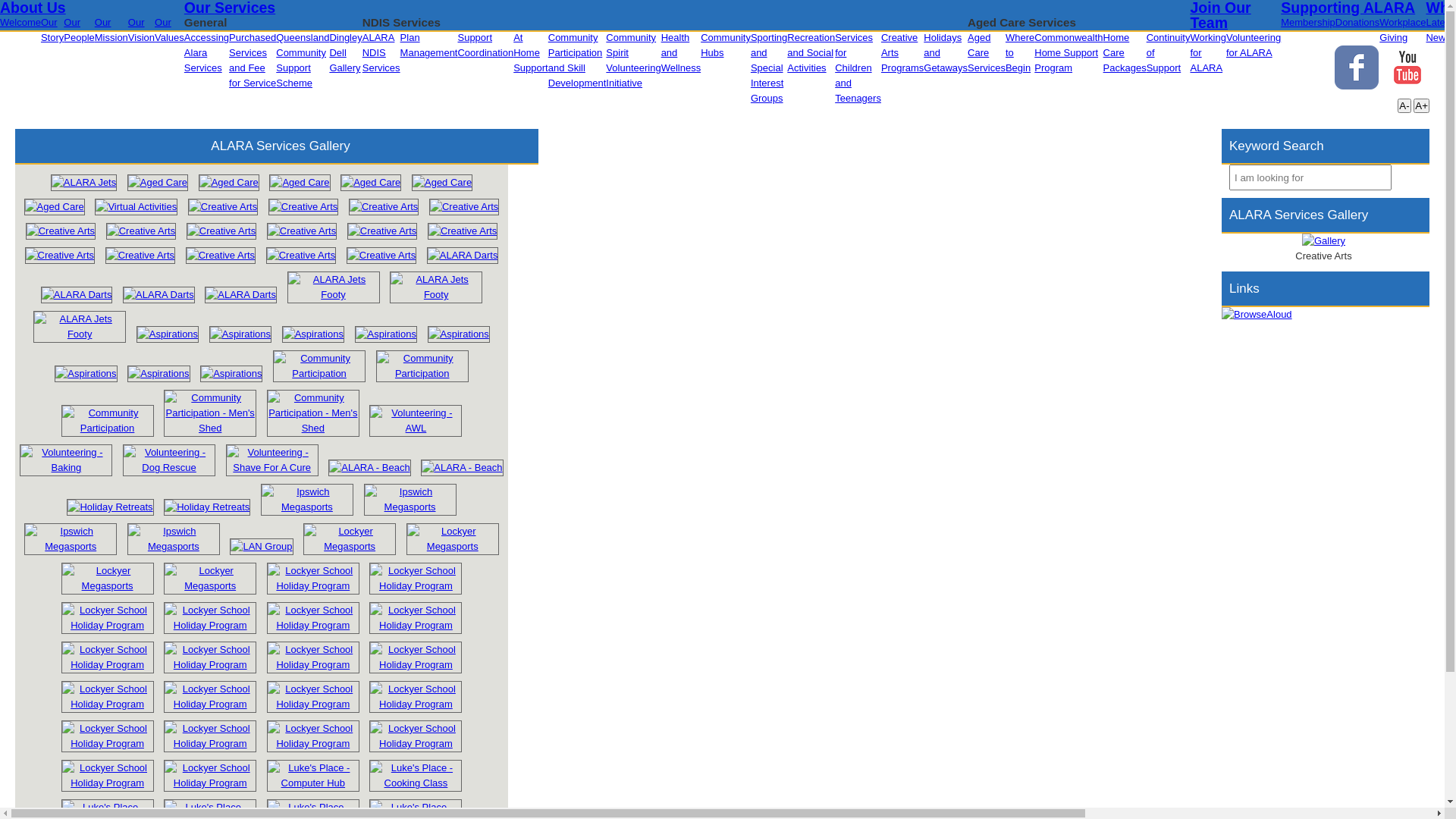 Image resolution: width=1456 pixels, height=819 pixels. Describe the element at coordinates (64, 459) in the screenshot. I see `'Volunteering - Baking'` at that location.